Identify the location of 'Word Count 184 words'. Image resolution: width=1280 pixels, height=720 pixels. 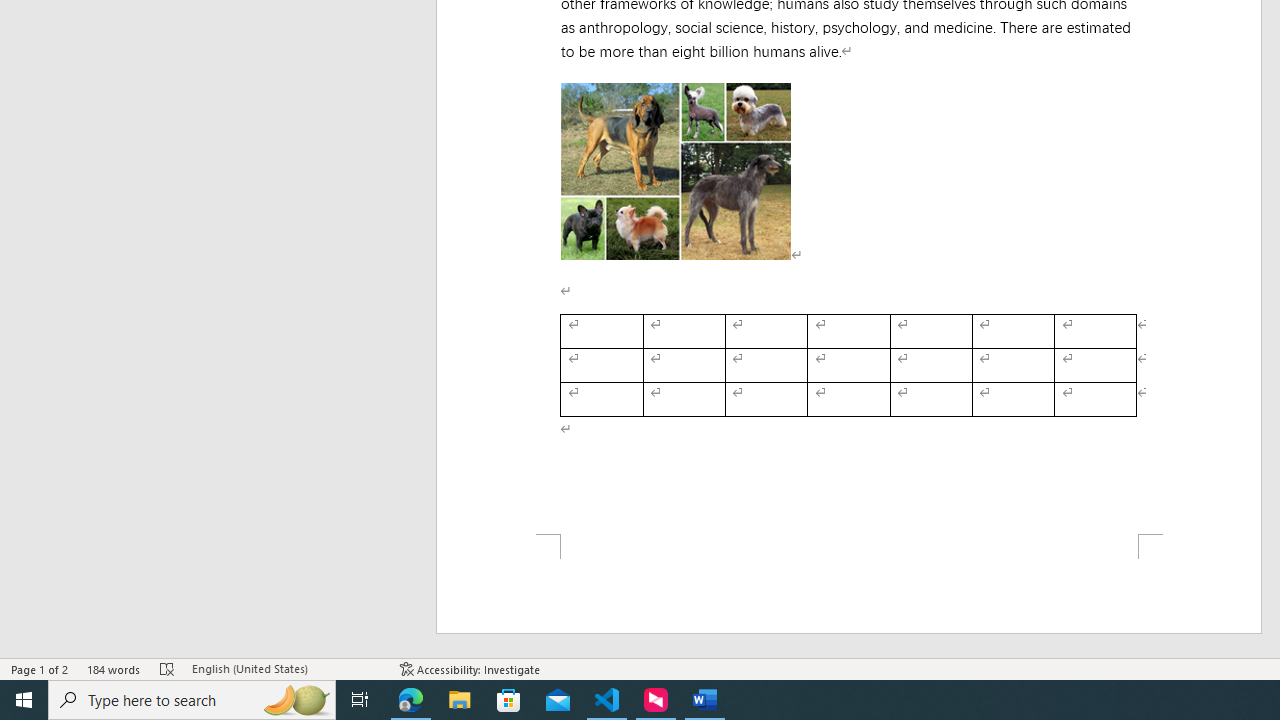
(112, 669).